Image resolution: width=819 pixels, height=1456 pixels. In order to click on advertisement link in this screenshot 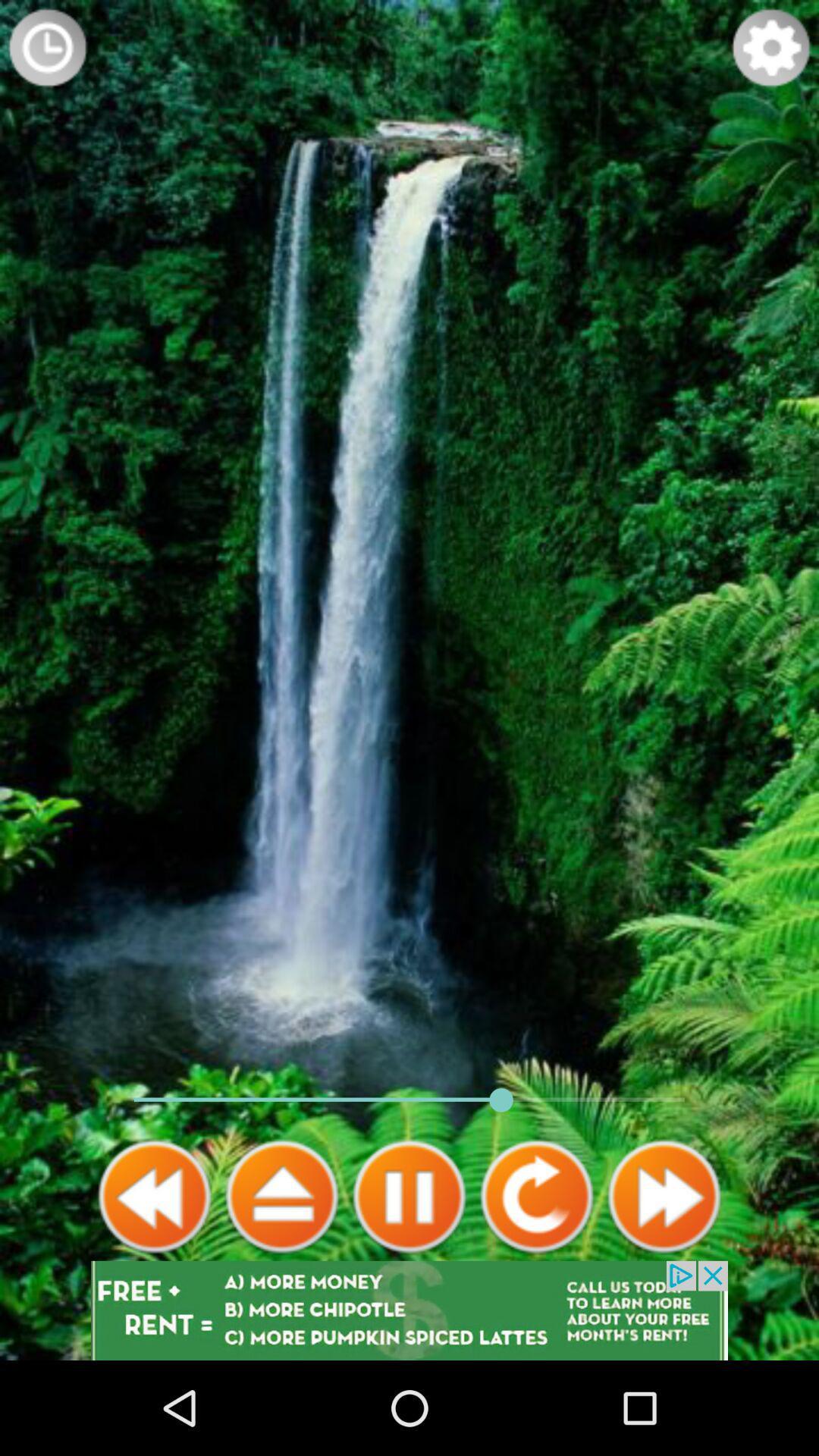, I will do `click(409, 1310)`.